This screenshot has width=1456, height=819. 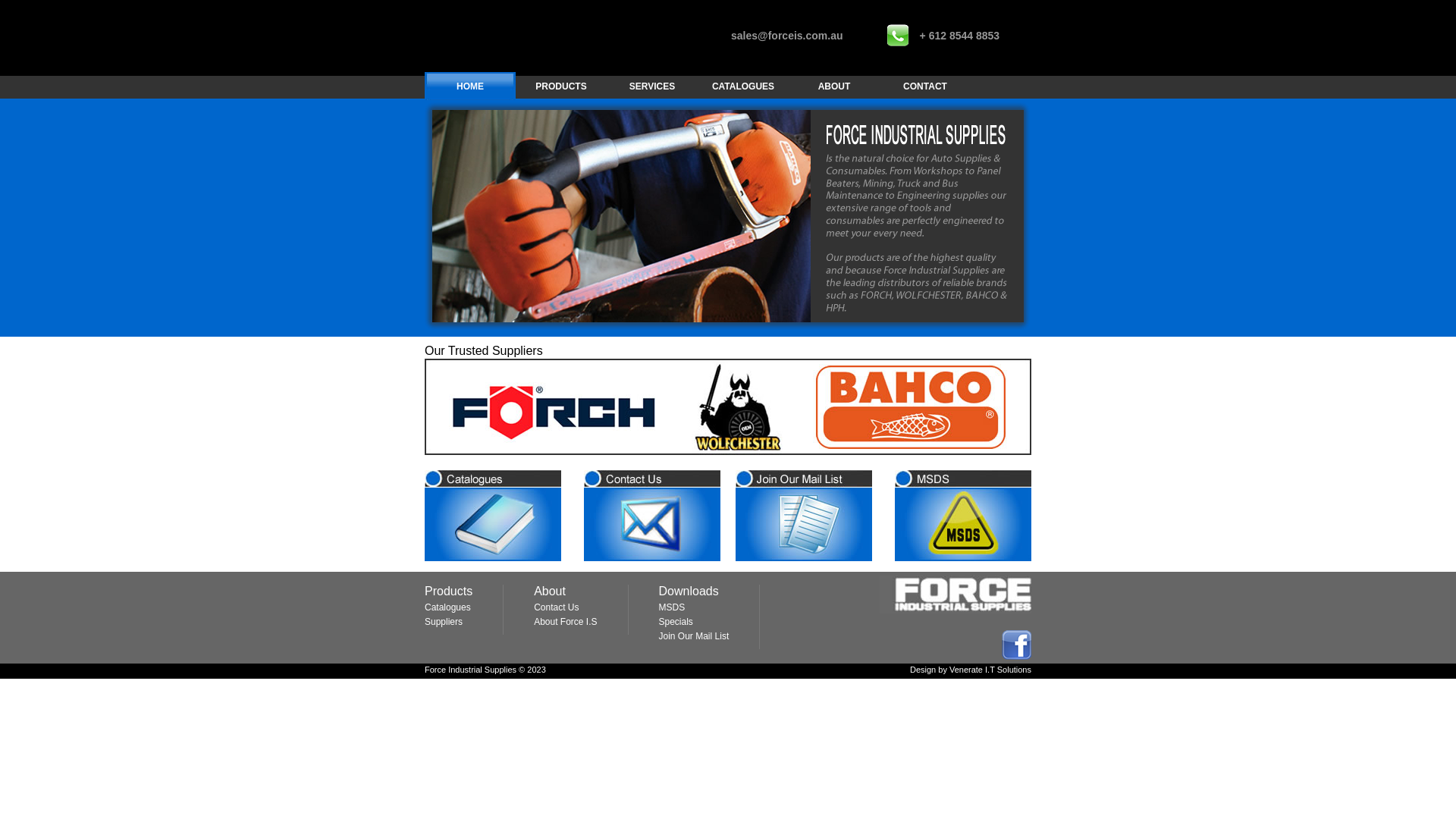 What do you see at coordinates (469, 86) in the screenshot?
I see `'HOME'` at bounding box center [469, 86].